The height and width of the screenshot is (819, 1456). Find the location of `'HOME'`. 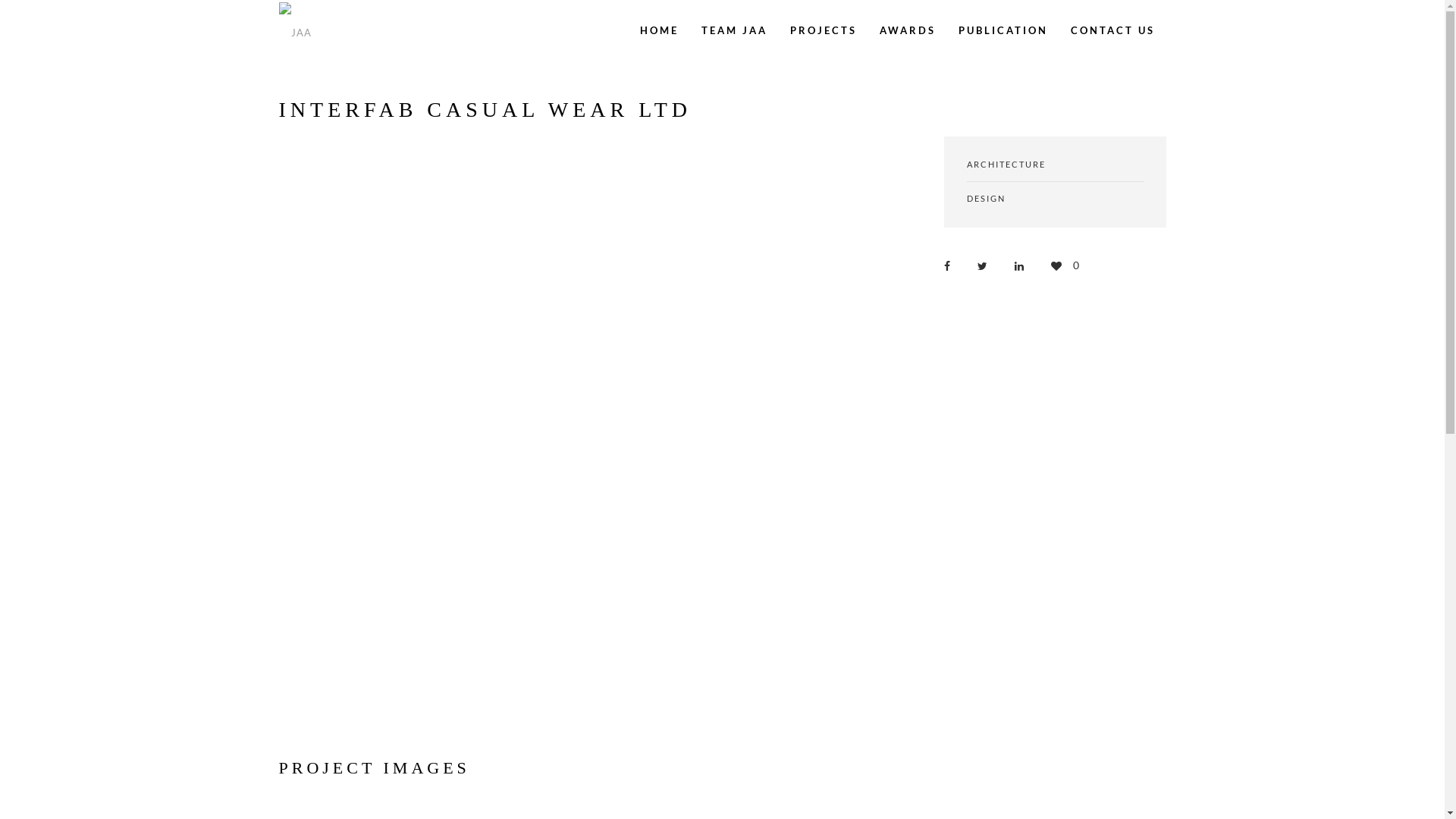

'HOME' is located at coordinates (658, 30).